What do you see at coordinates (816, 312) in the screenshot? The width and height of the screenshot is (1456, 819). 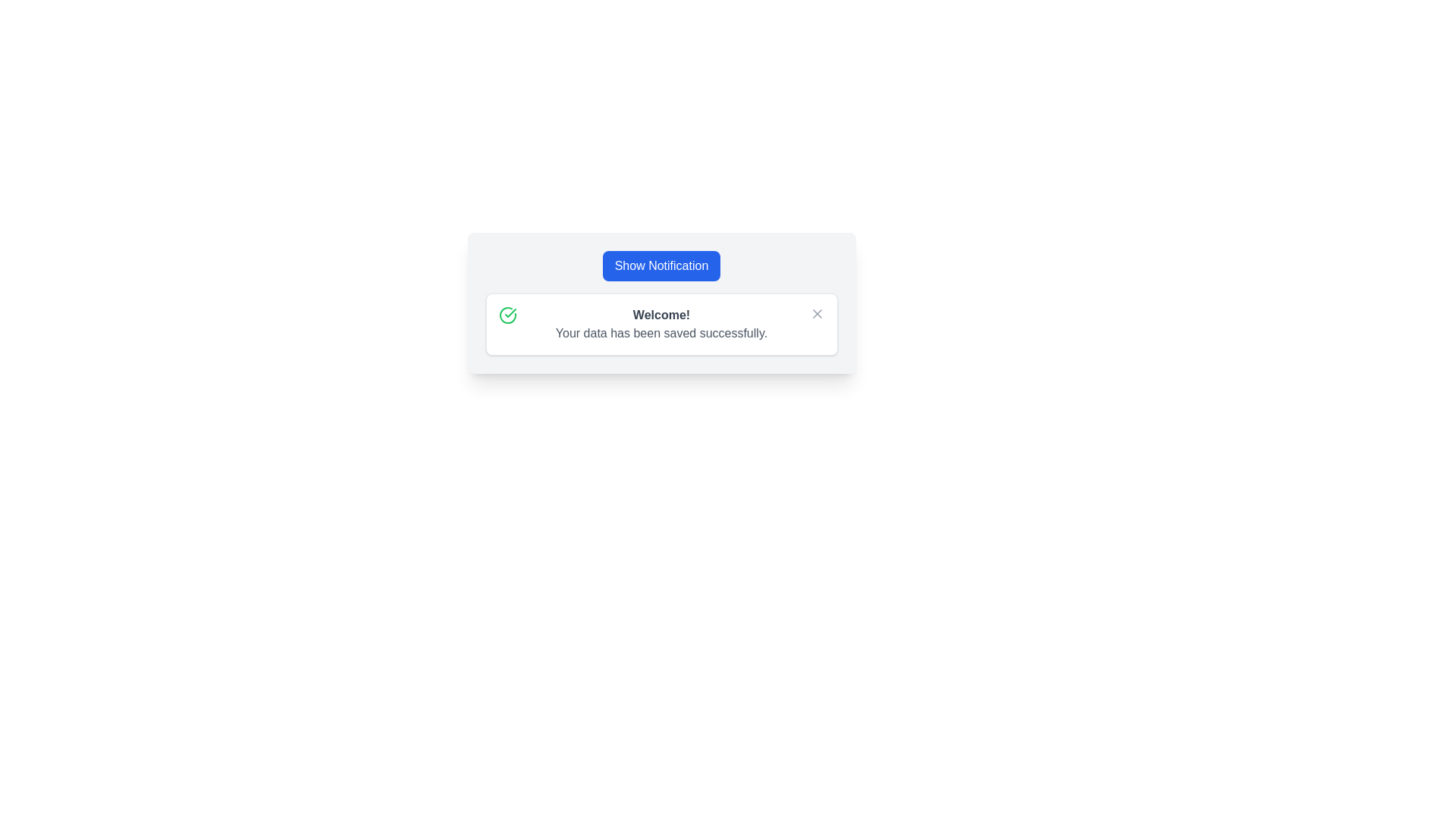 I see `the close button located in the top-right corner of the notification panel` at bounding box center [816, 312].